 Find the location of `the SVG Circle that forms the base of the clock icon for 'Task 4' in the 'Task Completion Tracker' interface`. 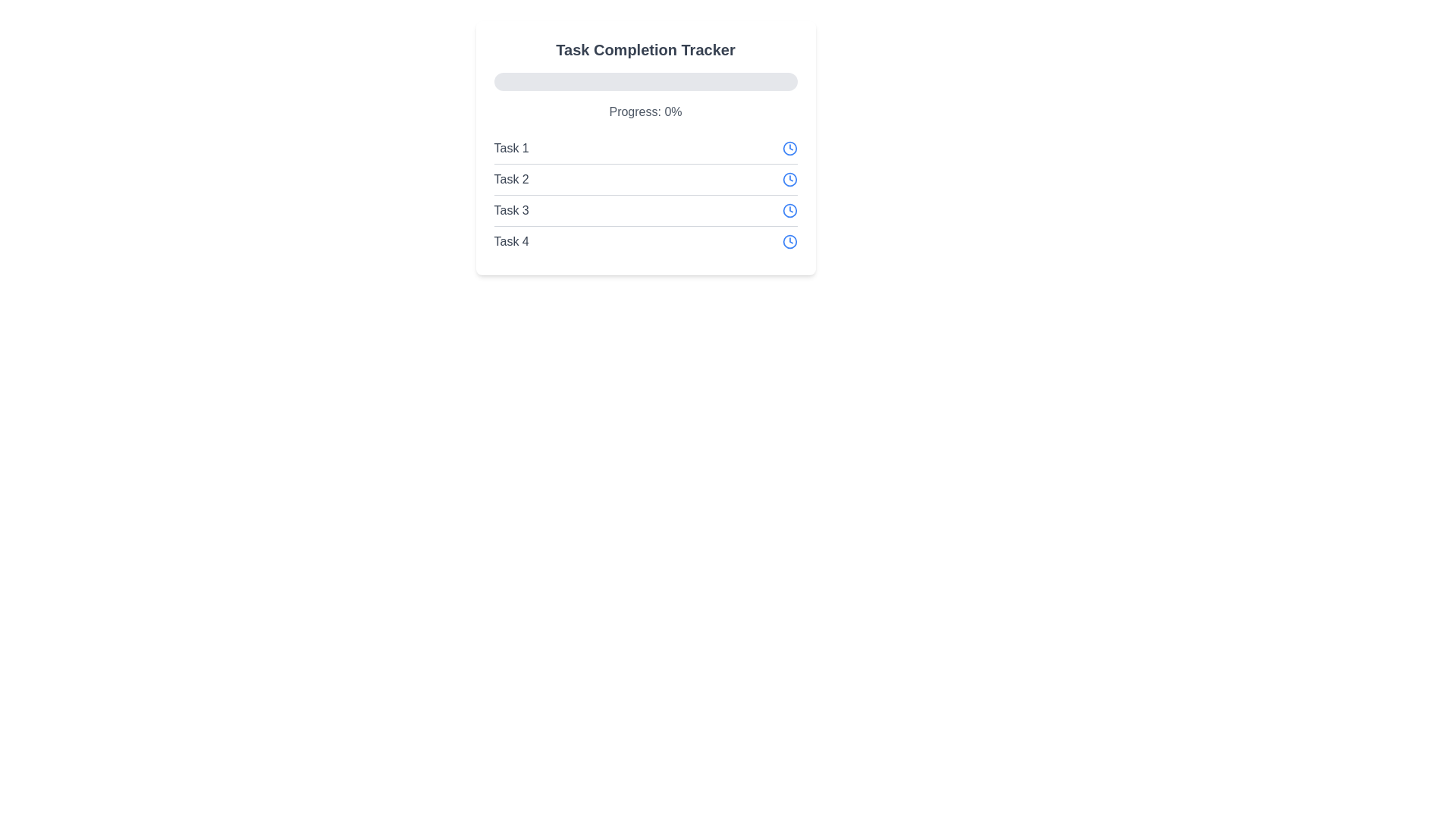

the SVG Circle that forms the base of the clock icon for 'Task 4' in the 'Task Completion Tracker' interface is located at coordinates (789, 241).